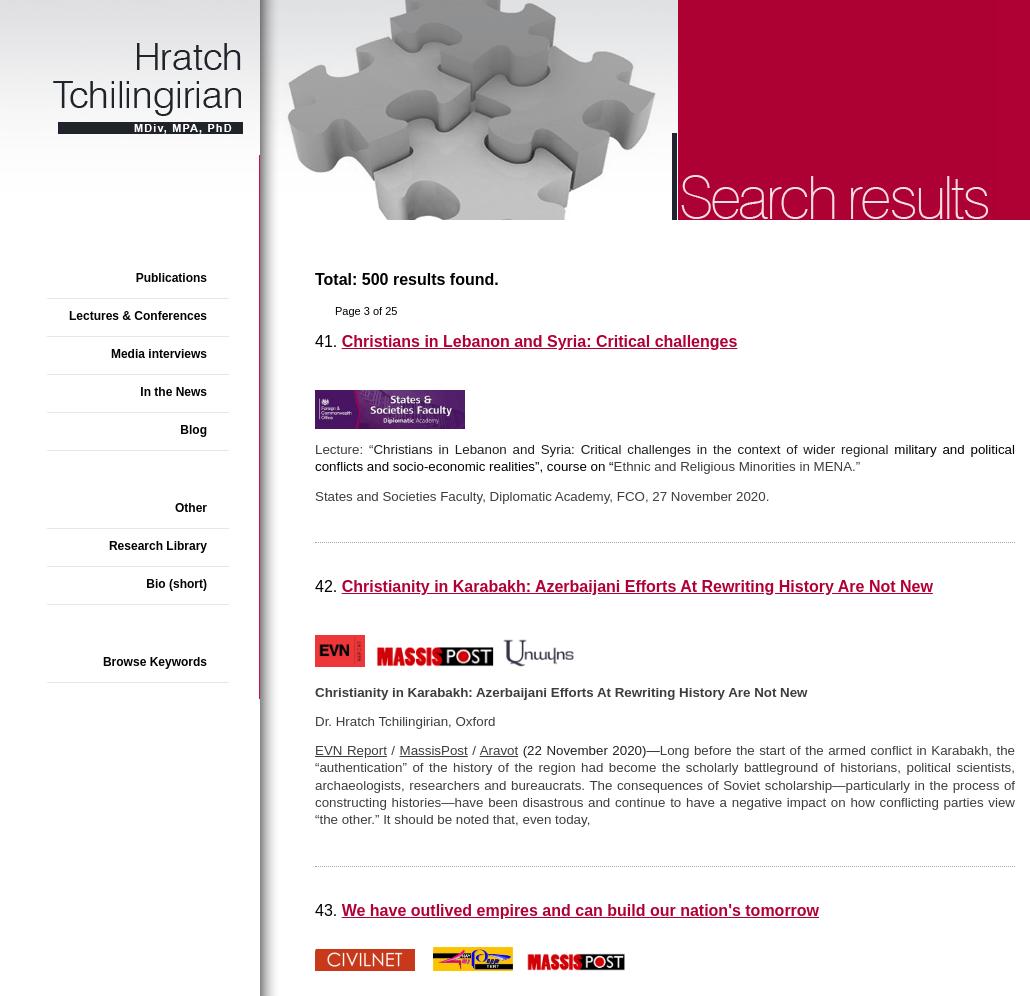  I want to click on 'Blog', so click(193, 429).